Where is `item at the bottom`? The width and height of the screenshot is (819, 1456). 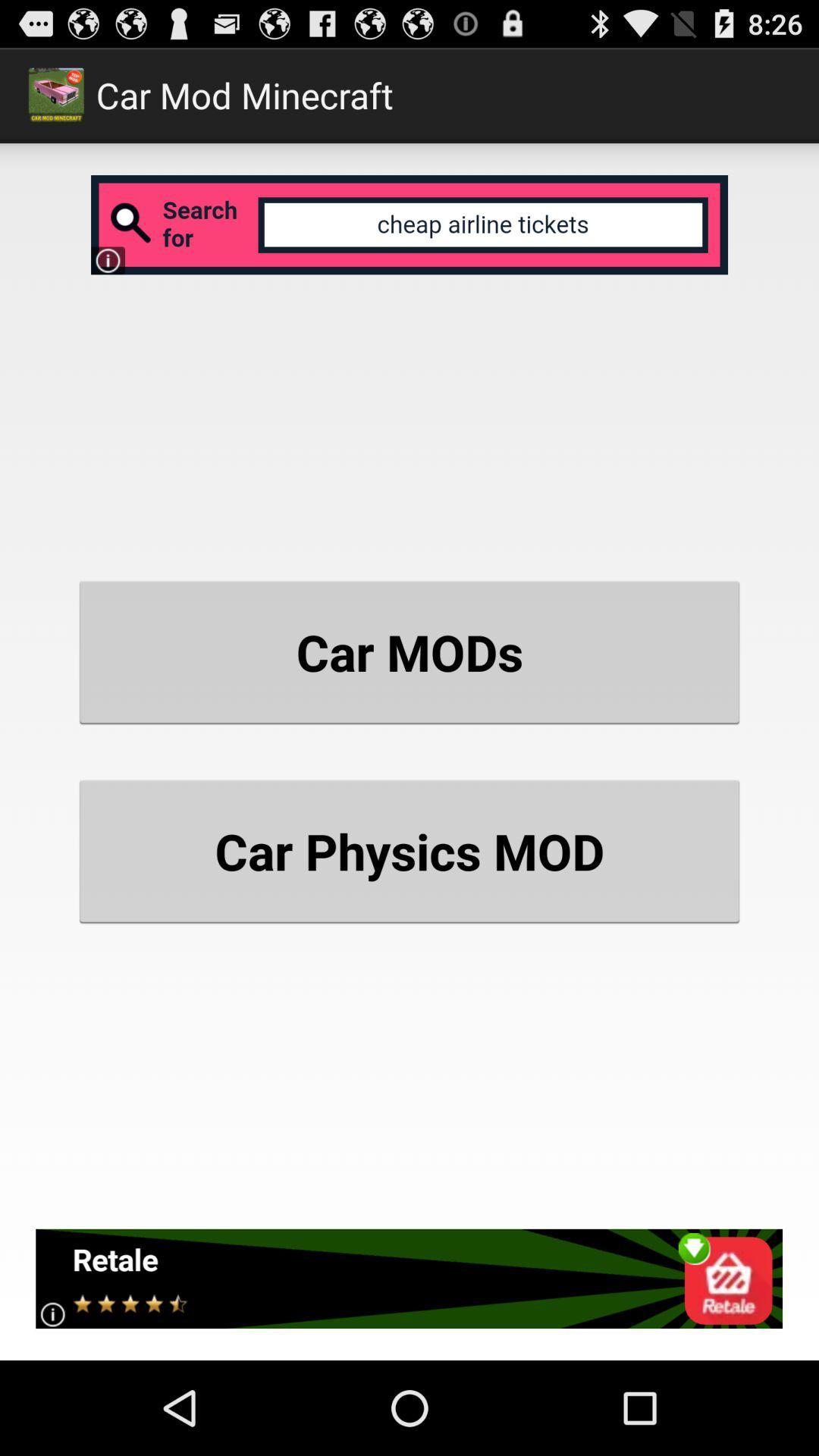
item at the bottom is located at coordinates (408, 1278).